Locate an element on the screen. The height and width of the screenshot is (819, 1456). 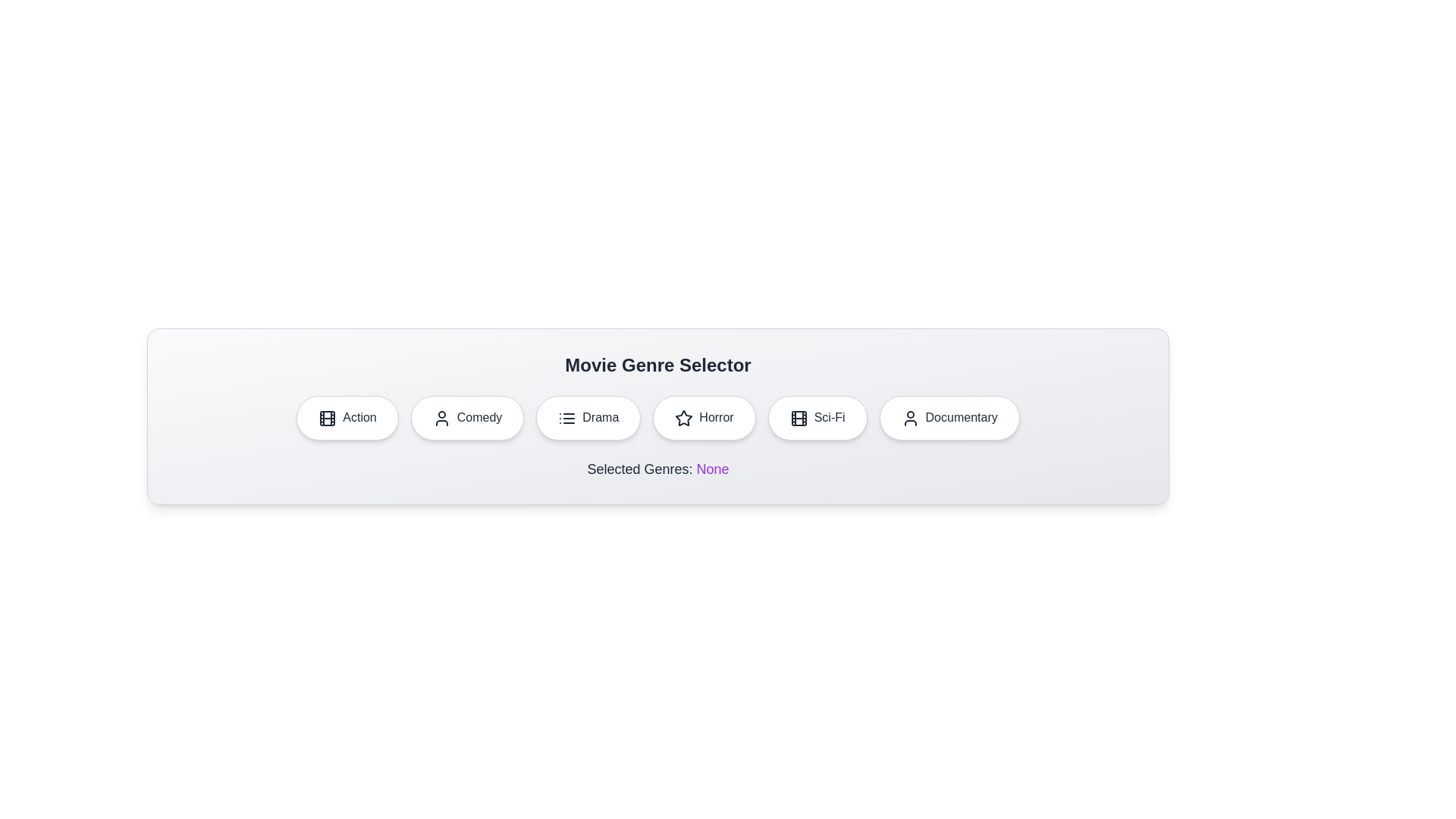
the label indicating the currently selected genre, which displays the text 'None' is located at coordinates (712, 468).